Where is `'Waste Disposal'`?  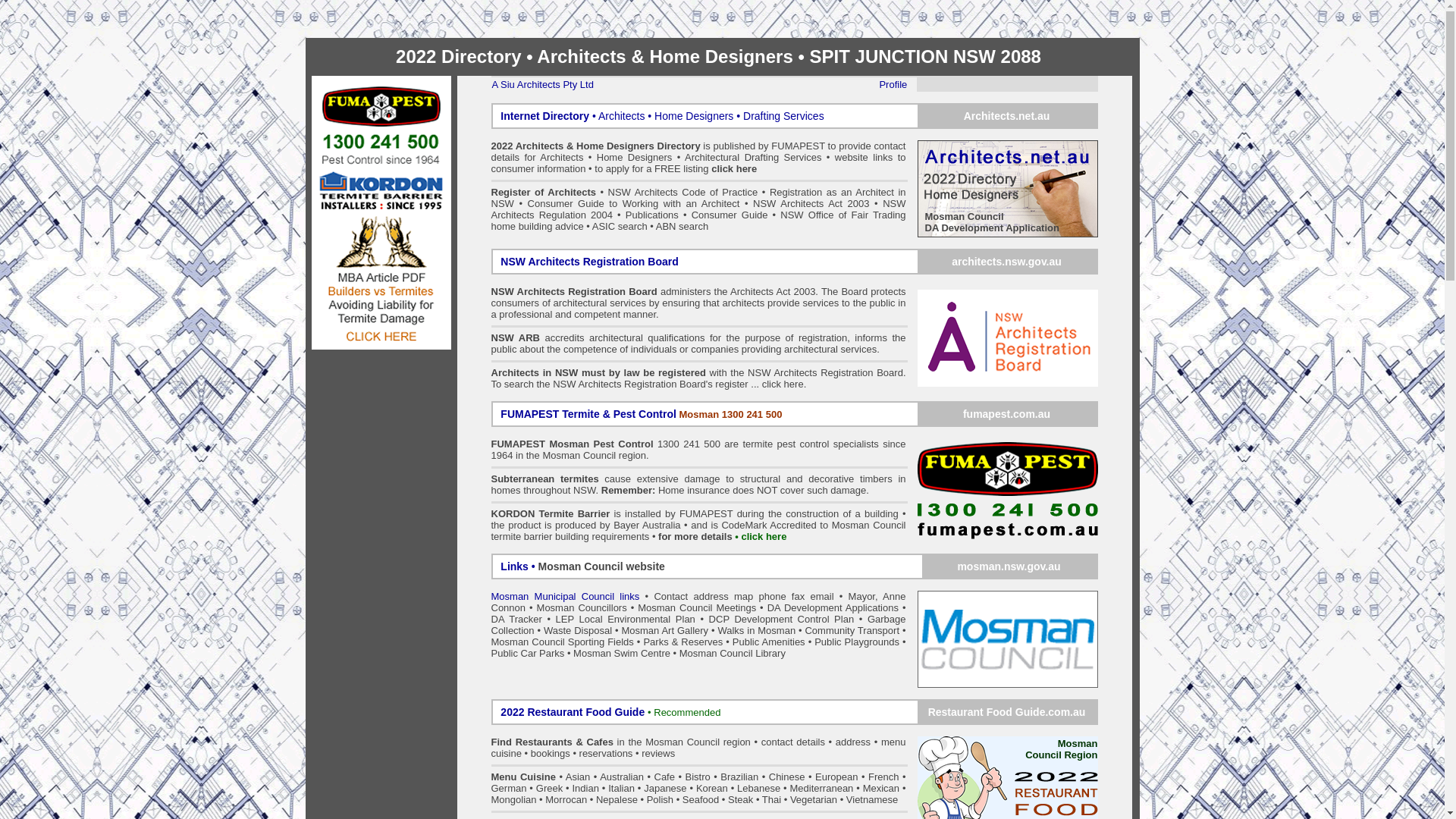
'Waste Disposal' is located at coordinates (577, 630).